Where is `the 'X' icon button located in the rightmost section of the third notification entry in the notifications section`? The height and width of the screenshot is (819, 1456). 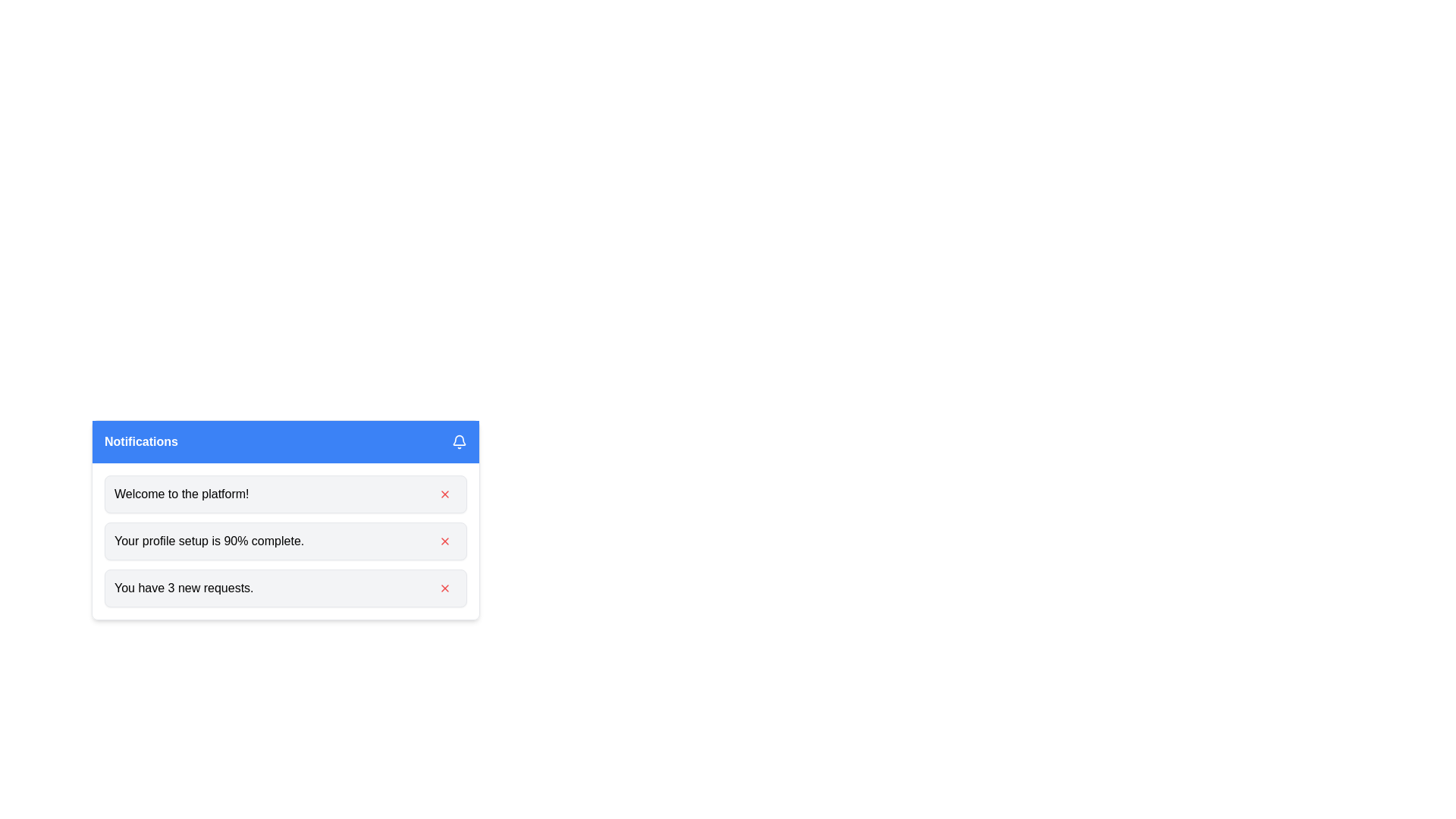
the 'X' icon button located in the rightmost section of the third notification entry in the notifications section is located at coordinates (444, 587).